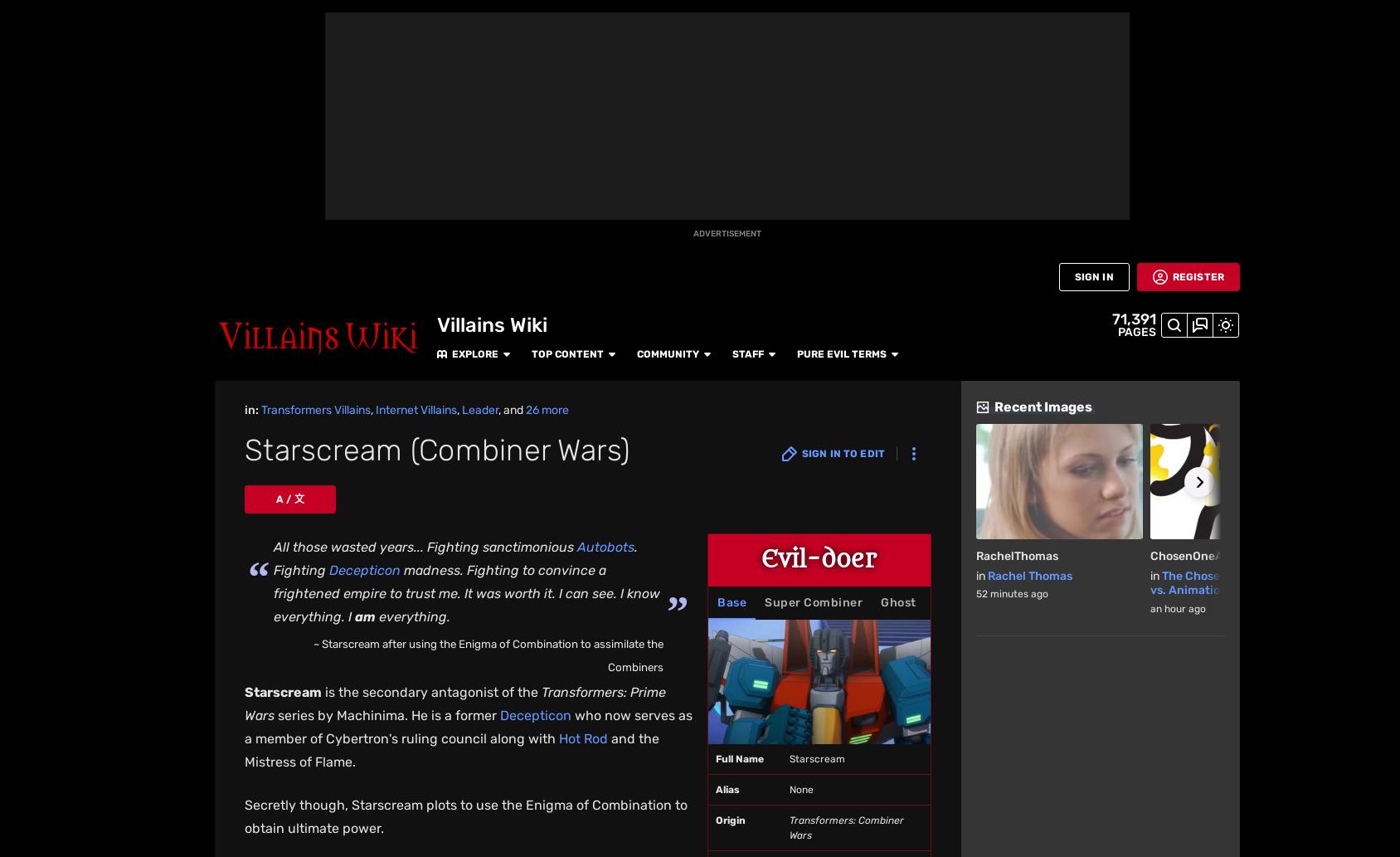 The width and height of the screenshot is (1400, 857). What do you see at coordinates (584, 309) in the screenshot?
I see `'Trypticon later ate Victorion, consuming the Enigma of Combination along with her and allowing him to mind control the other Combiners to attack Fortress Maximus. However, Perceptor tricked Trypticon into eating him and the Enigma of Combination, resulting in Trypticon being forced to spit out Victorion and the Enigma, as well as Perceptor and the Matrix. The reaction also freed Starscream's spirit, revealing him as the one controlling Trypticon. Megatron angrily asked if Starscream could stay dead, prompting Starscream to say in return that he felt "reborn" before disappearing.'` at bounding box center [584, 309].